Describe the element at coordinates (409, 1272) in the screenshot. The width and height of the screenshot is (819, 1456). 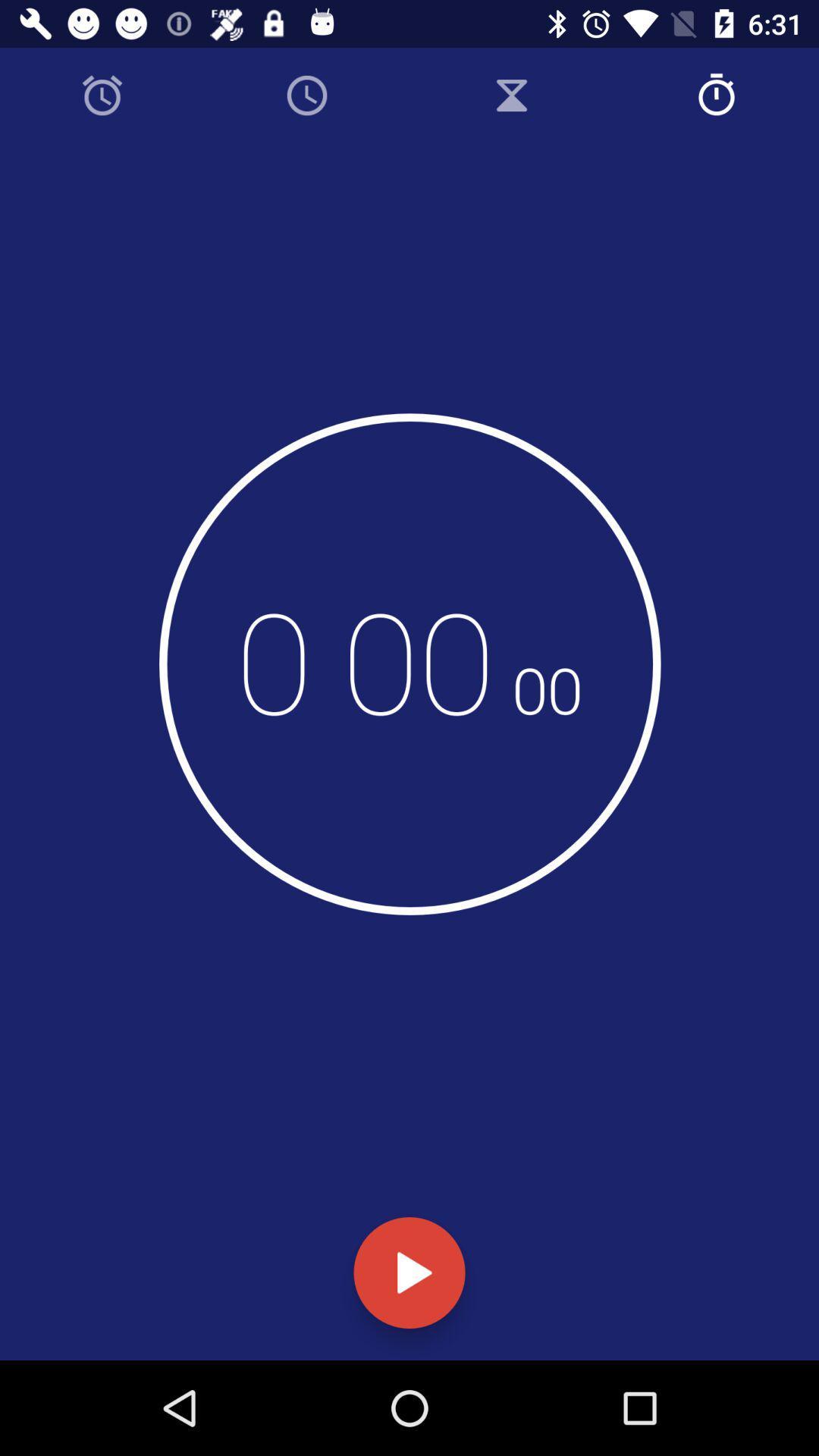
I see `the play icon` at that location.